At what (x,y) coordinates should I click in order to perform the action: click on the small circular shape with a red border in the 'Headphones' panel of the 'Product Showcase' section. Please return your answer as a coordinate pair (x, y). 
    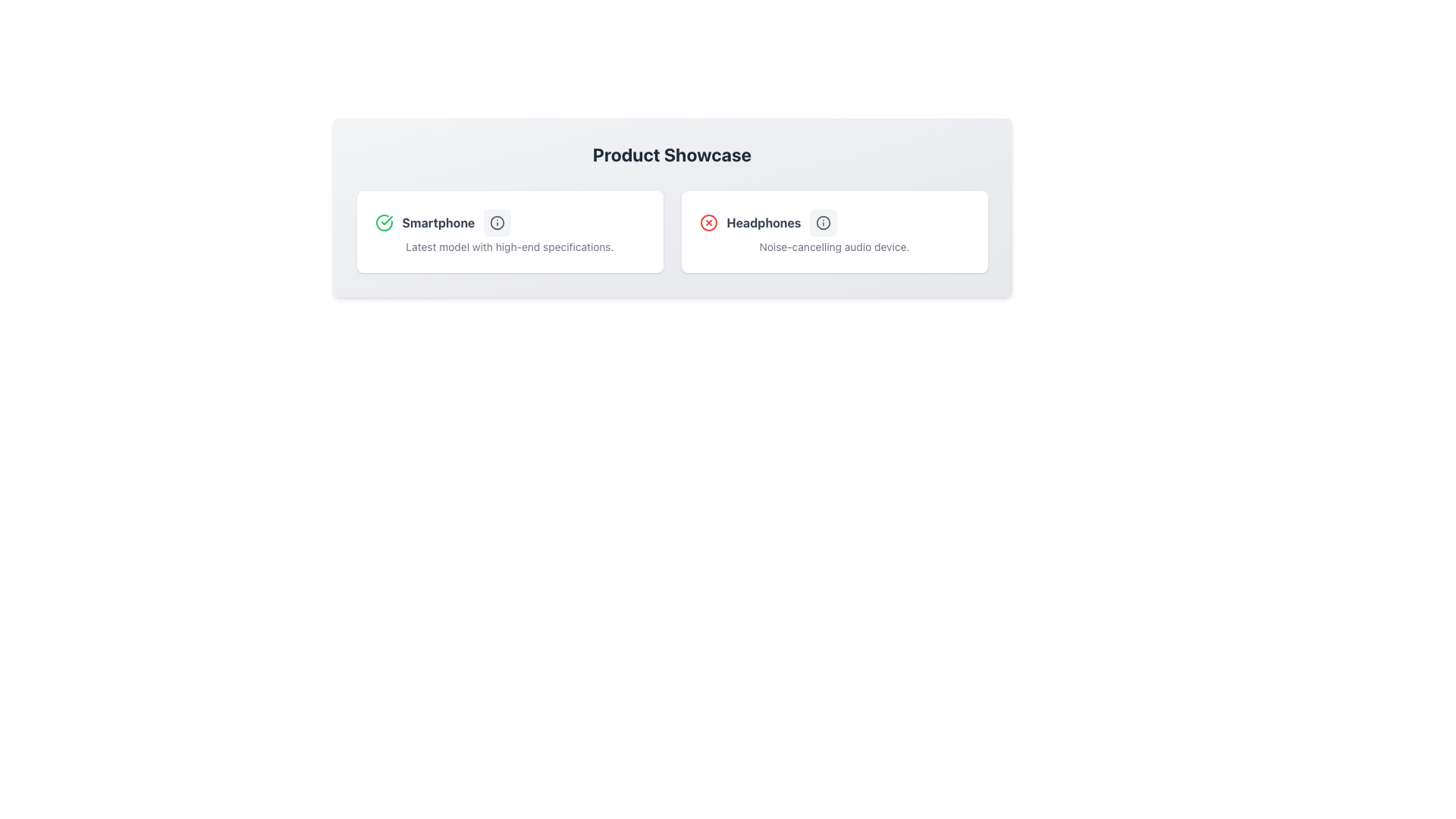
    Looking at the image, I should click on (708, 222).